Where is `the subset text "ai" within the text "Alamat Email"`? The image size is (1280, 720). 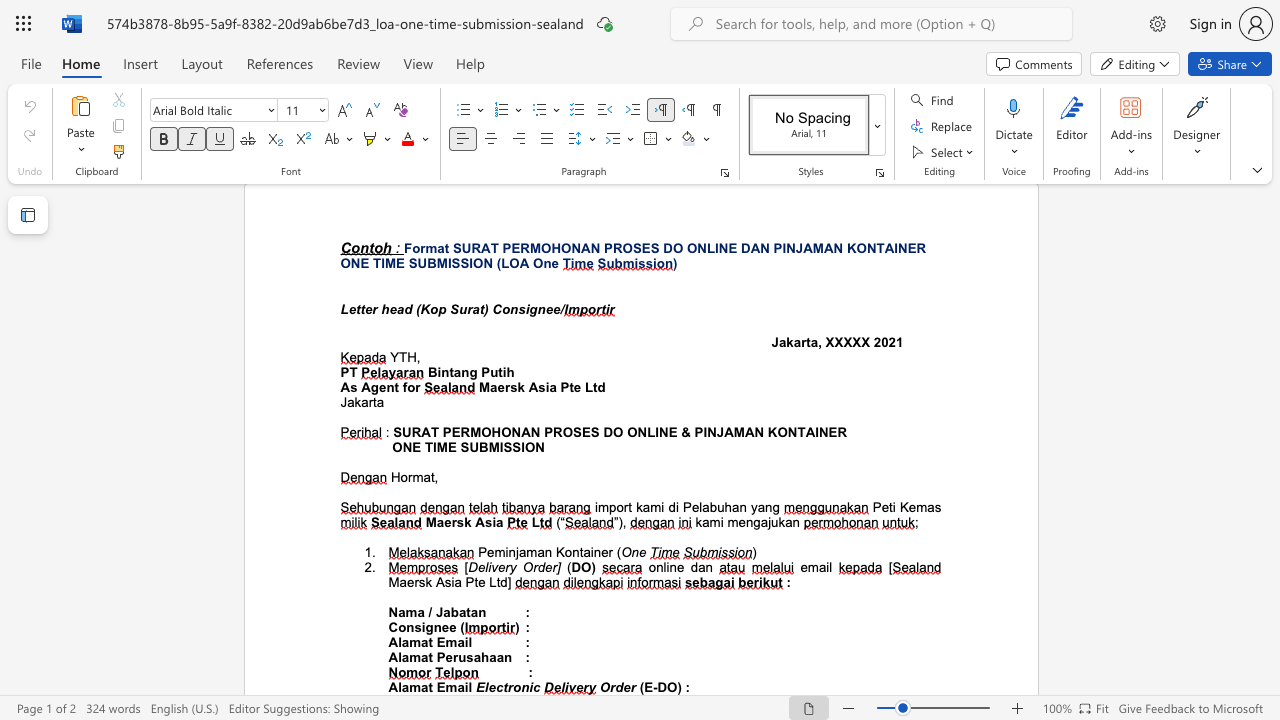 the subset text "ai" within the text "Alamat Email" is located at coordinates (456, 686).